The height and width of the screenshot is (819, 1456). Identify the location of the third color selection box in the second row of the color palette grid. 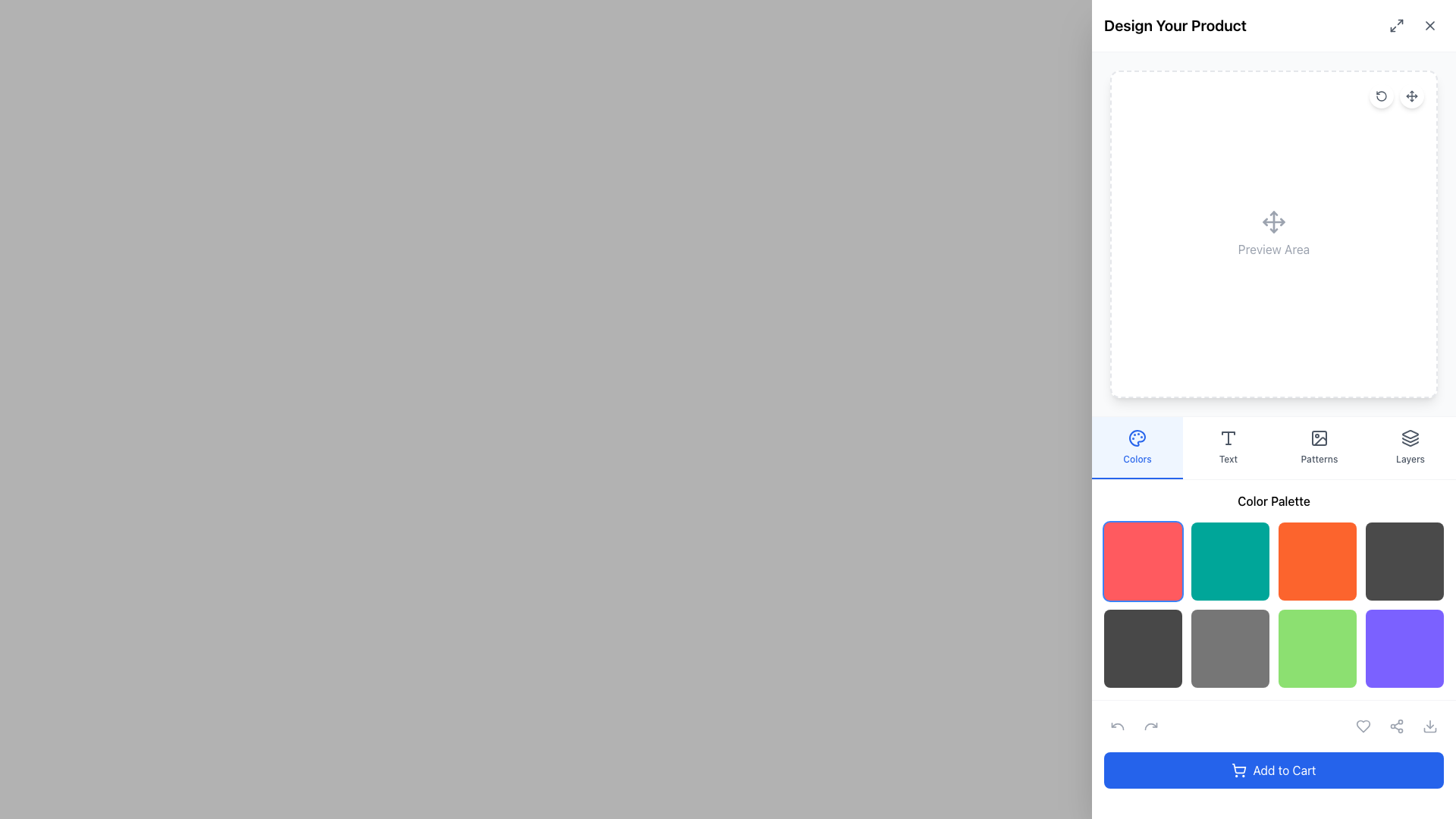
(1316, 648).